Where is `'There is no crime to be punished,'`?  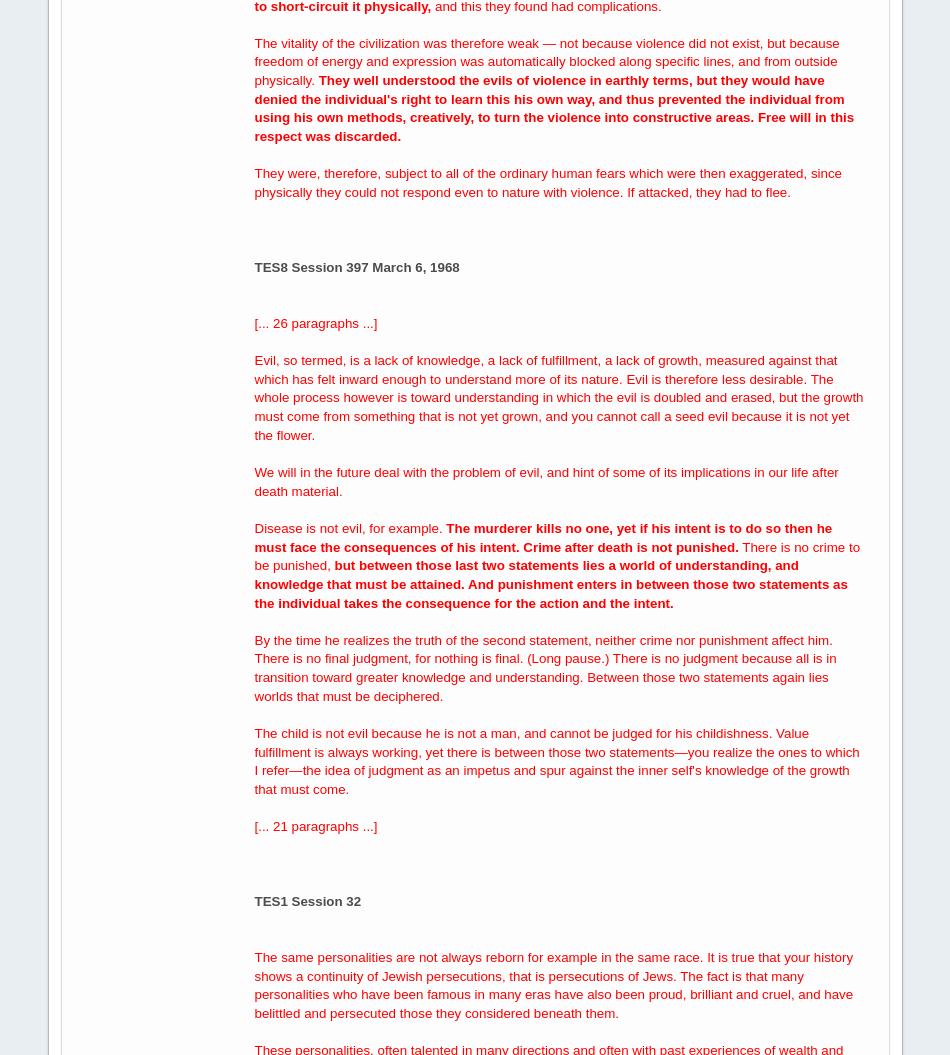 'There is no crime to be punished,' is located at coordinates (556, 554).